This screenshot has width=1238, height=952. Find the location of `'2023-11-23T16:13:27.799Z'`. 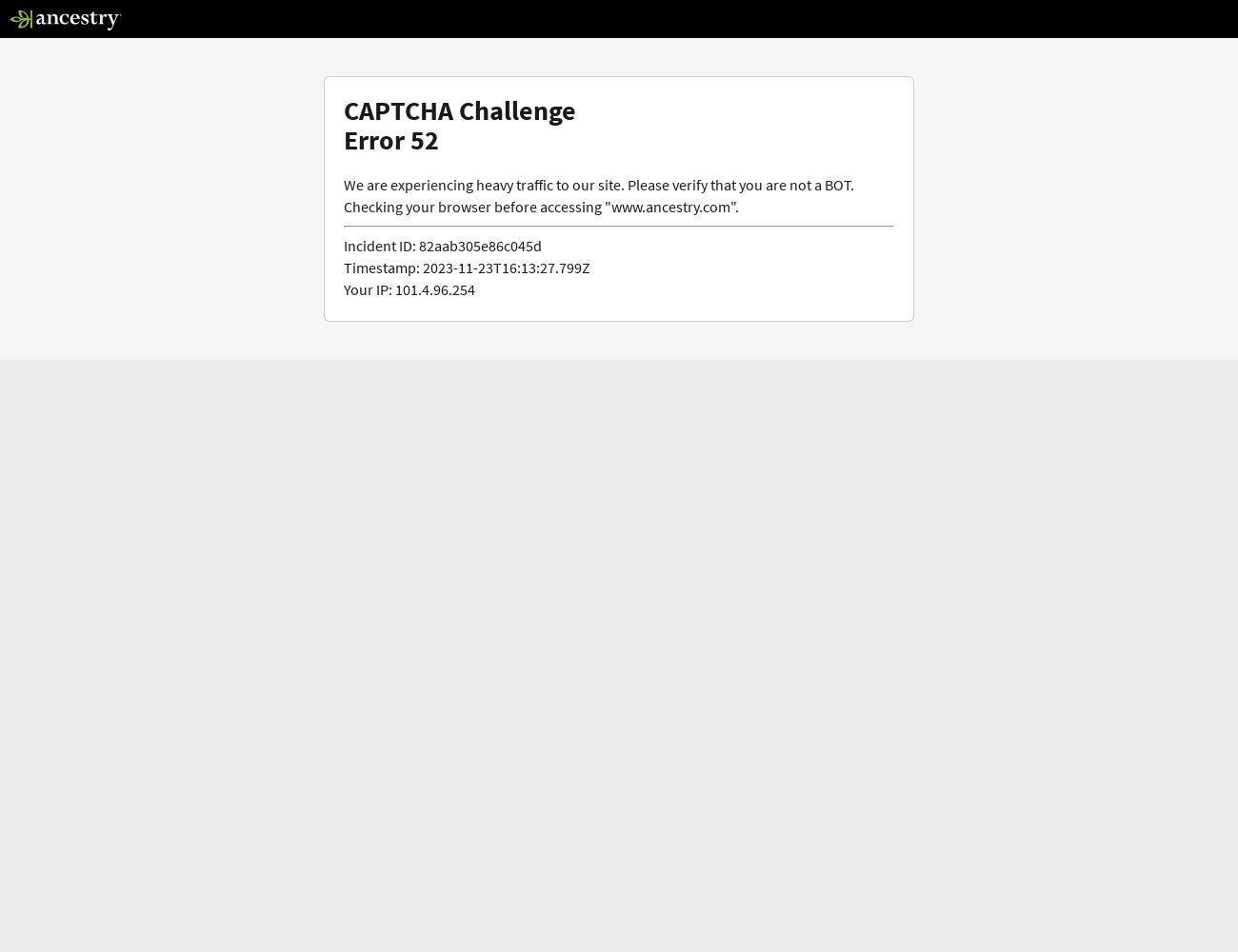

'2023-11-23T16:13:27.799Z' is located at coordinates (506, 268).